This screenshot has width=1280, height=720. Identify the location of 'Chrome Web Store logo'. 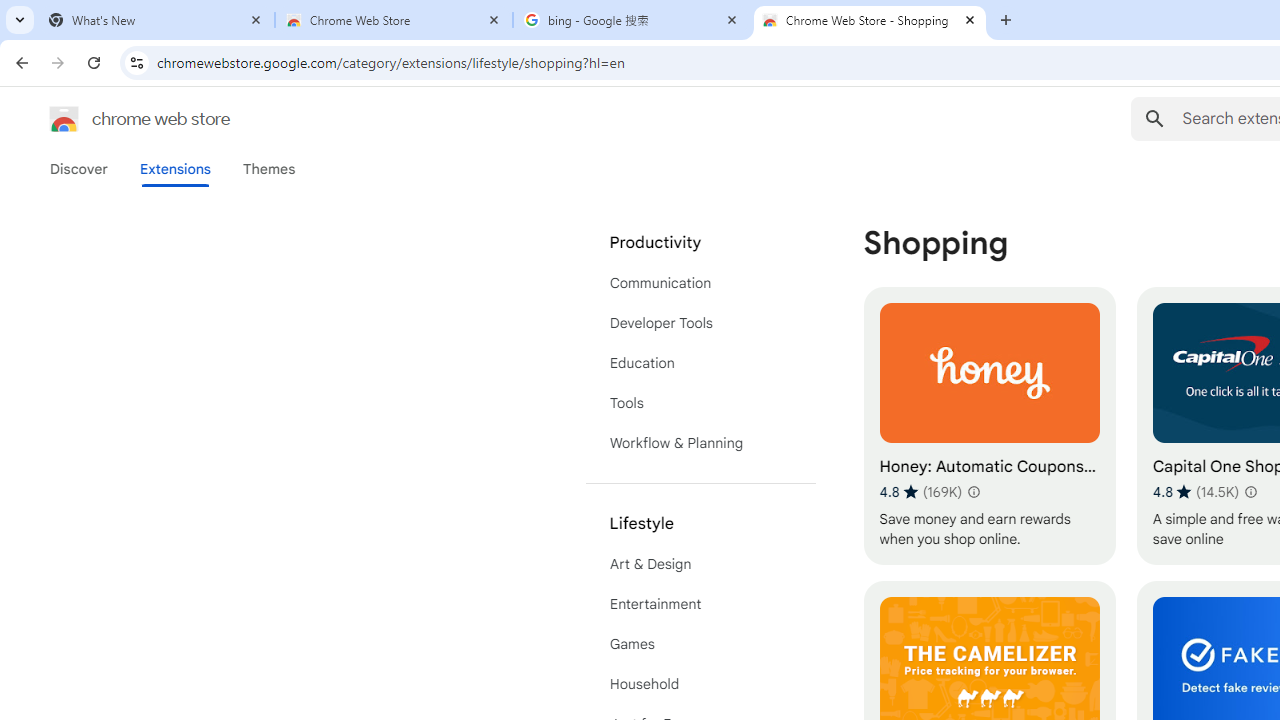
(64, 119).